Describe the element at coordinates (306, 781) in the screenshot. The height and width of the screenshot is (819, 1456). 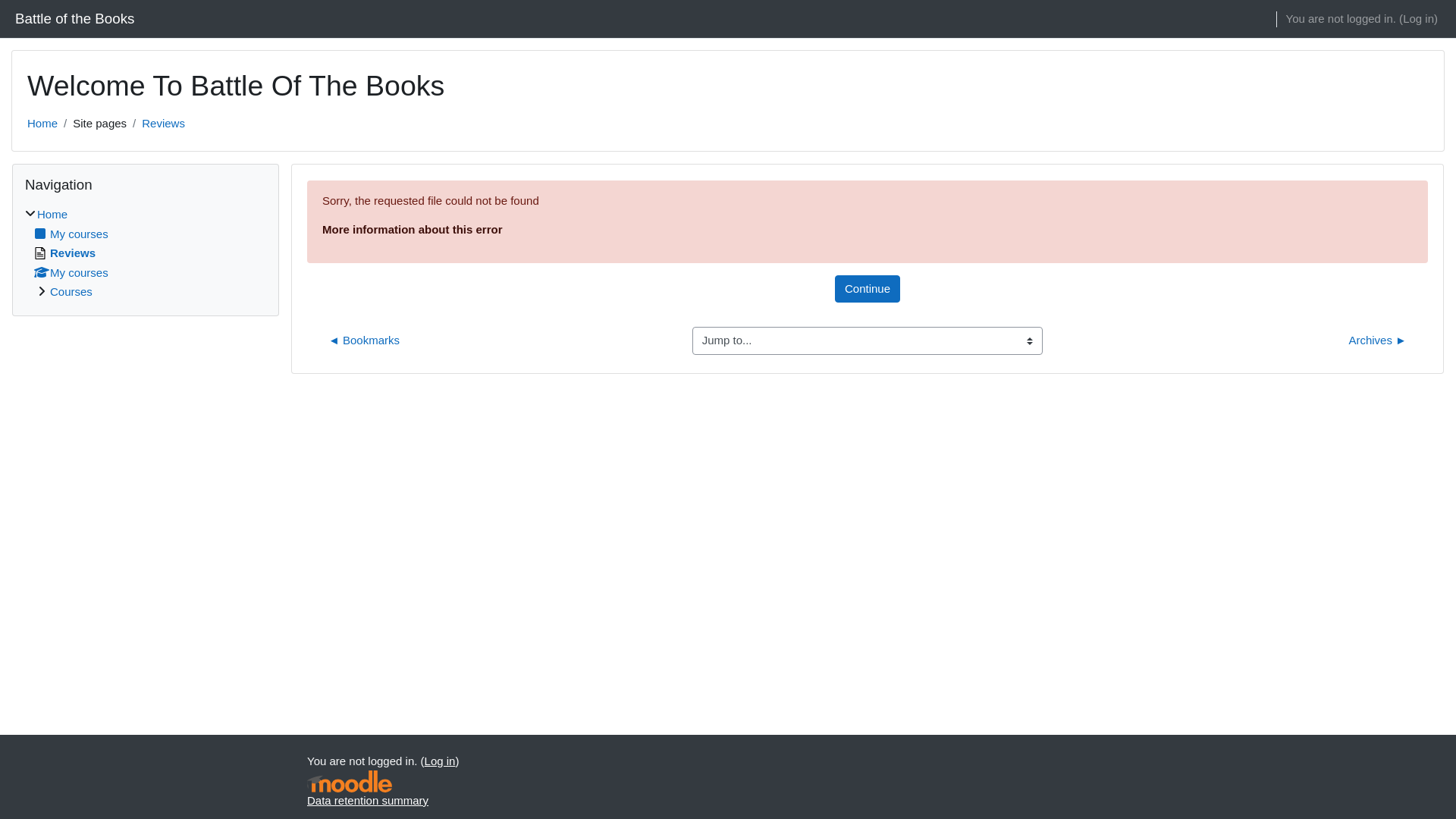
I see `'Moodle'` at that location.